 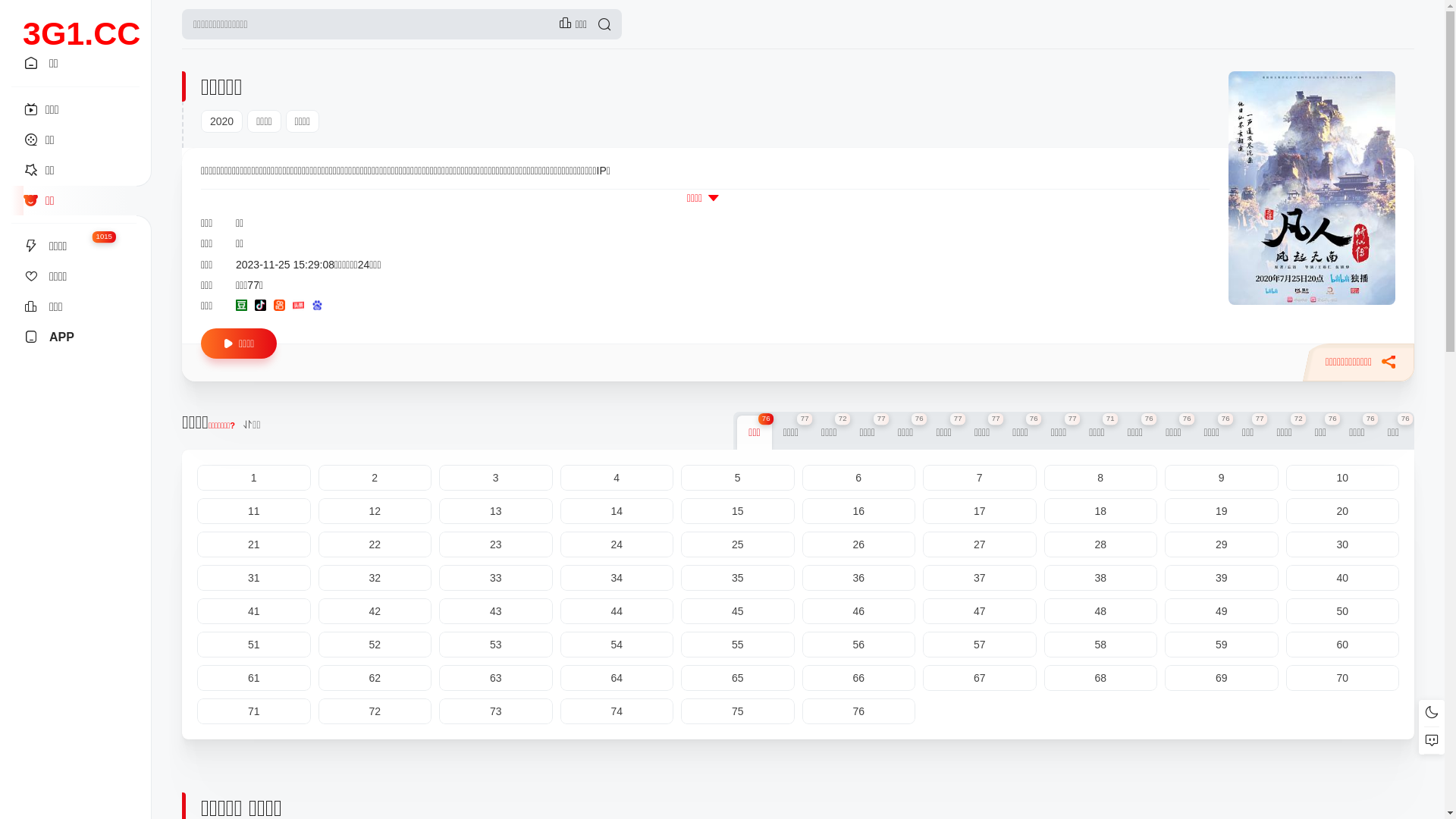 What do you see at coordinates (679, 610) in the screenshot?
I see `'45'` at bounding box center [679, 610].